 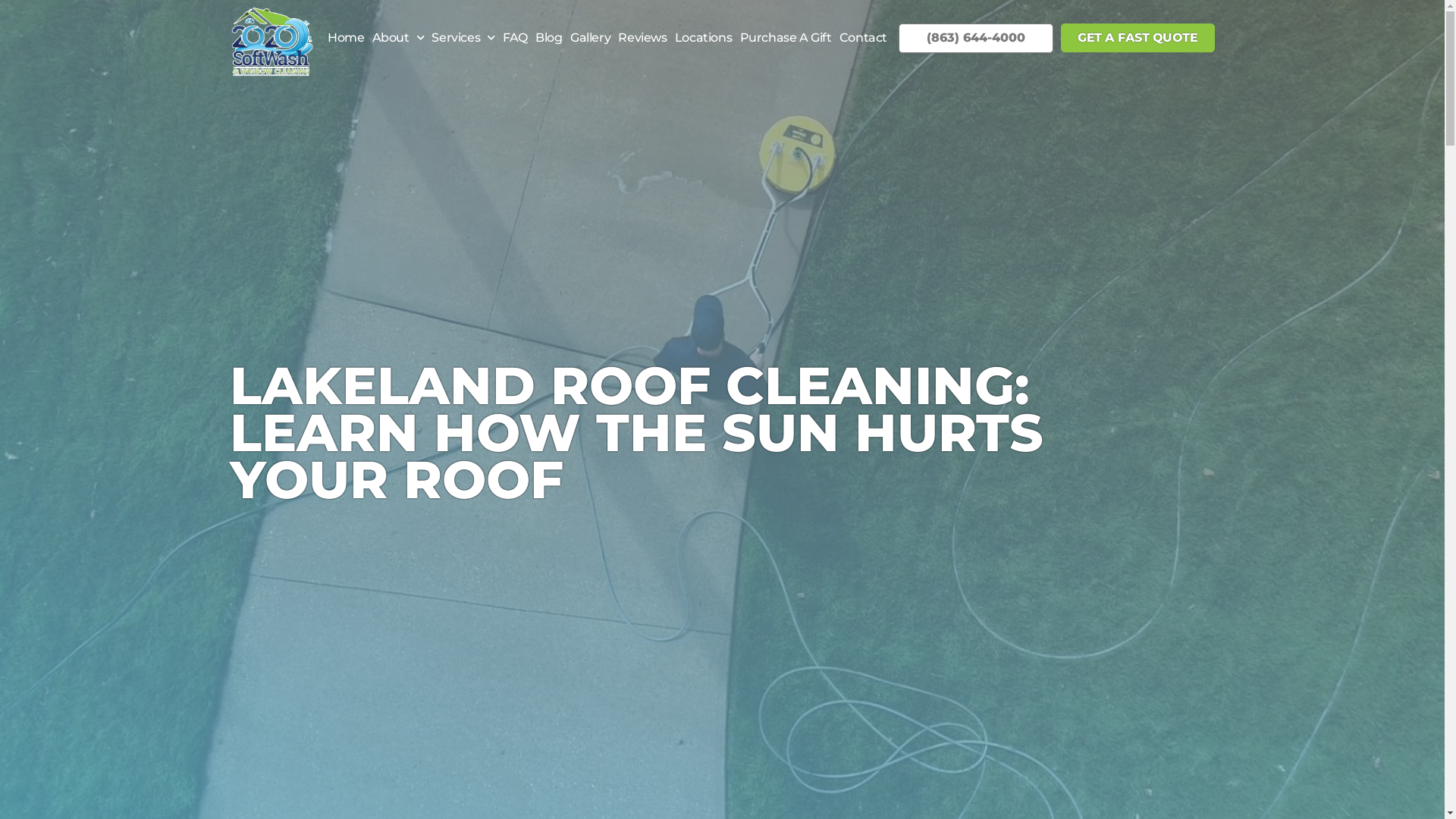 What do you see at coordinates (462, 37) in the screenshot?
I see `'Services'` at bounding box center [462, 37].